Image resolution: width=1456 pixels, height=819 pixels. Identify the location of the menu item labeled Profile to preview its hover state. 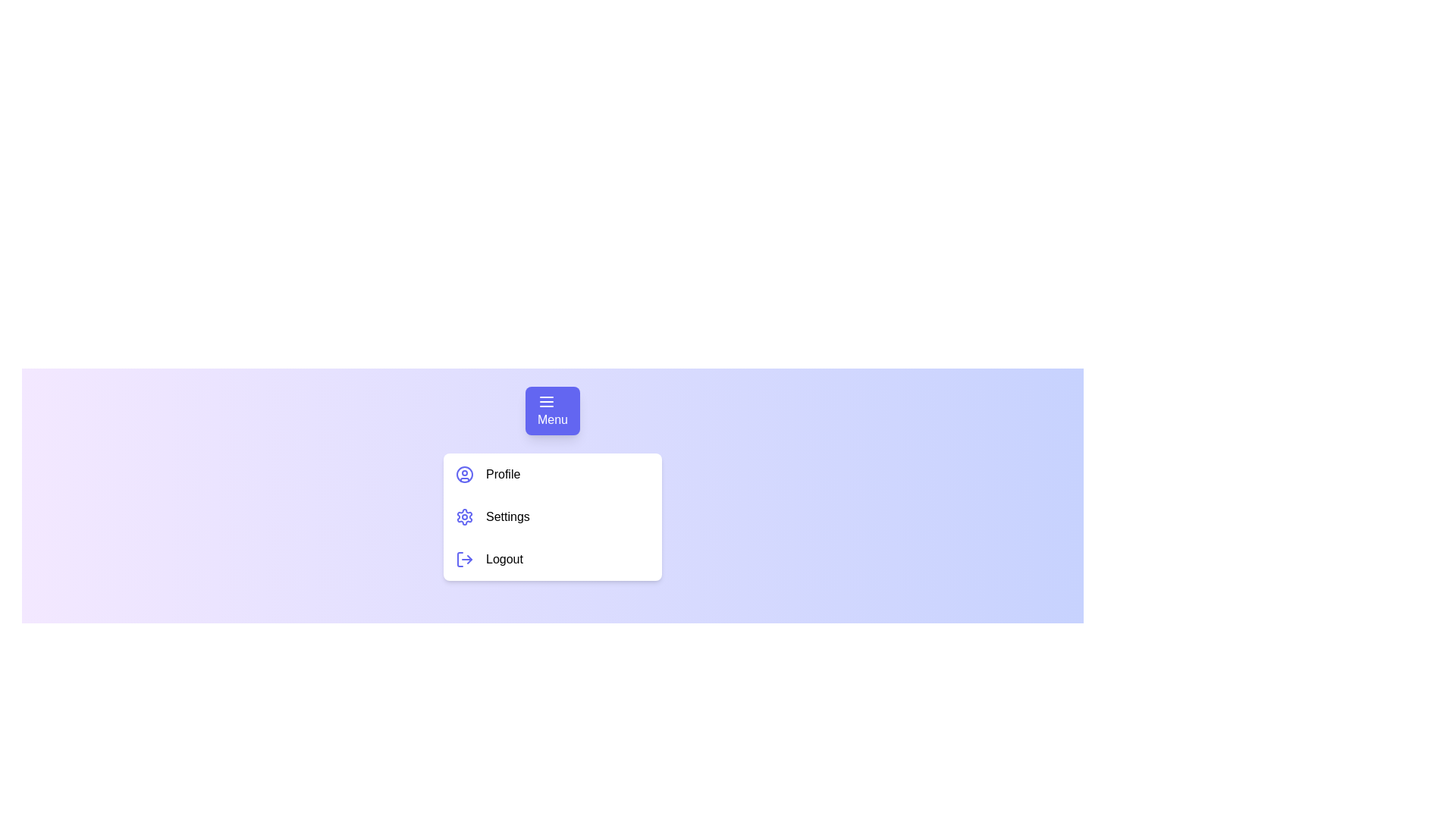
(552, 473).